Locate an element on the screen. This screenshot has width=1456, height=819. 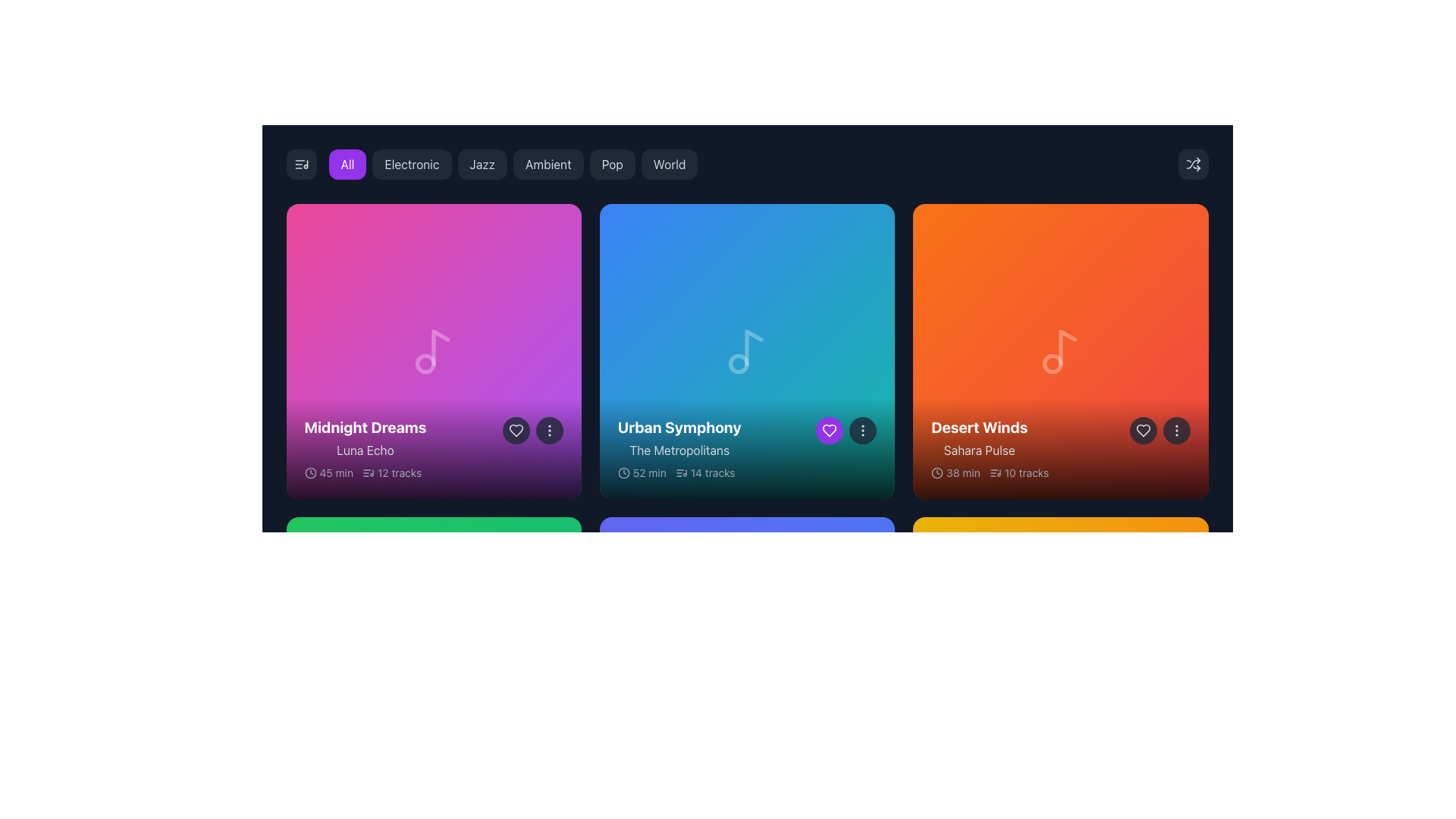
the heart icon located in the bottom-right corner of the 'Desert Winds' music card to mark the item as a favorite is located at coordinates (1143, 431).